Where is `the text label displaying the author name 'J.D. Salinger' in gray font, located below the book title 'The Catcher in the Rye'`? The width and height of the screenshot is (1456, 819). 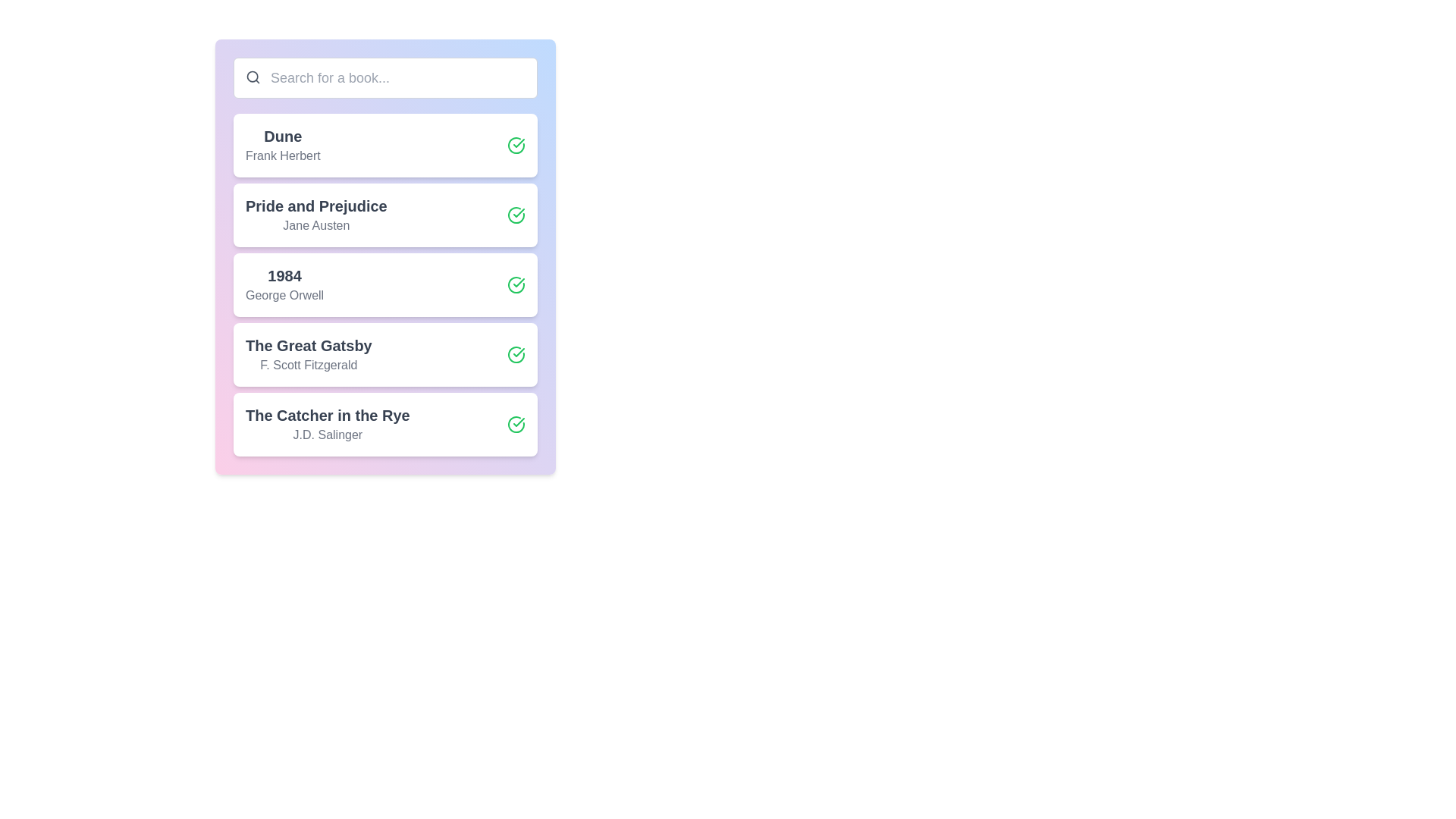
the text label displaying the author name 'J.D. Salinger' in gray font, located below the book title 'The Catcher in the Rye' is located at coordinates (327, 435).